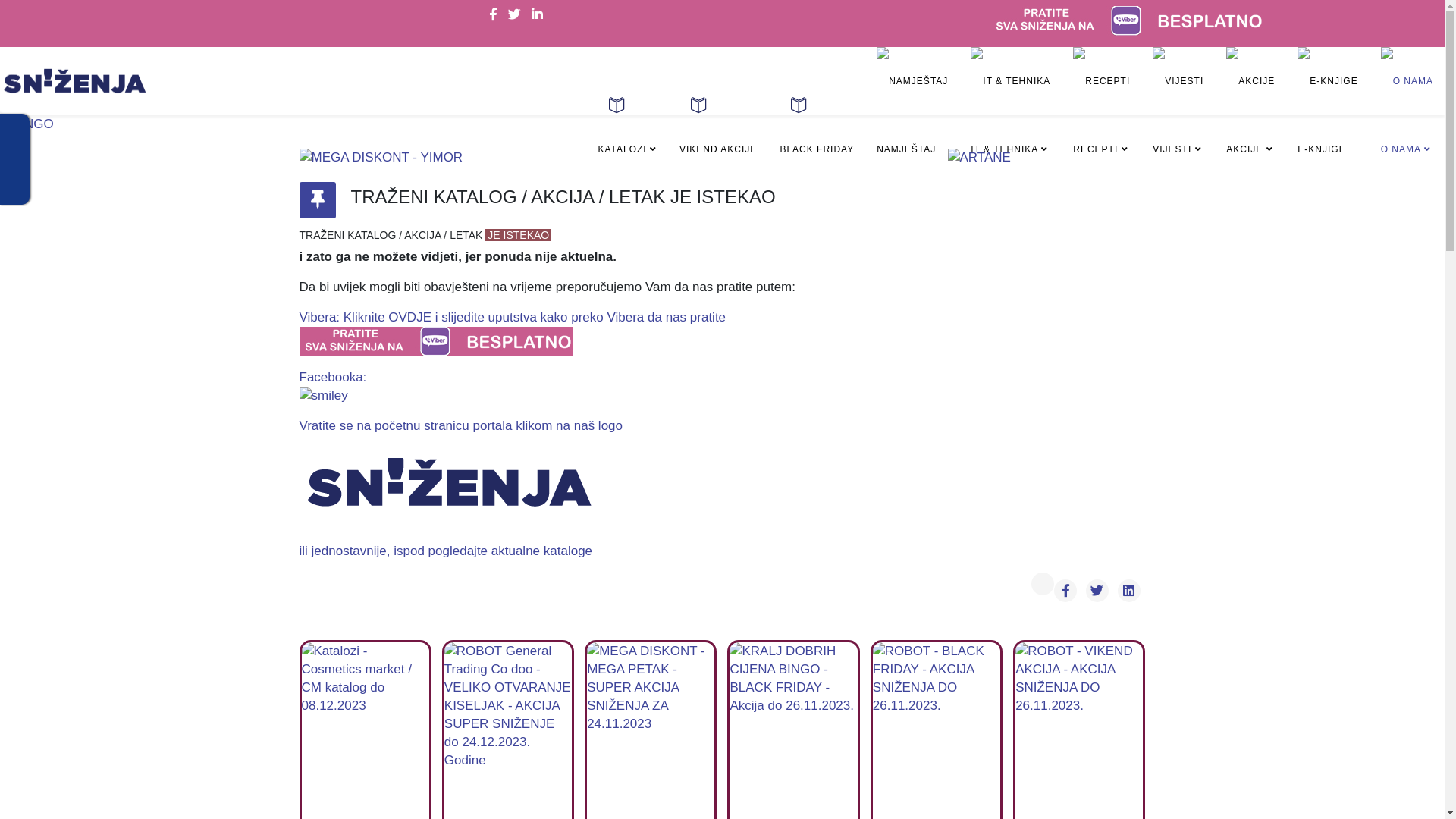  Describe the element at coordinates (1101, 114) in the screenshot. I see `'RECEPTI'` at that location.